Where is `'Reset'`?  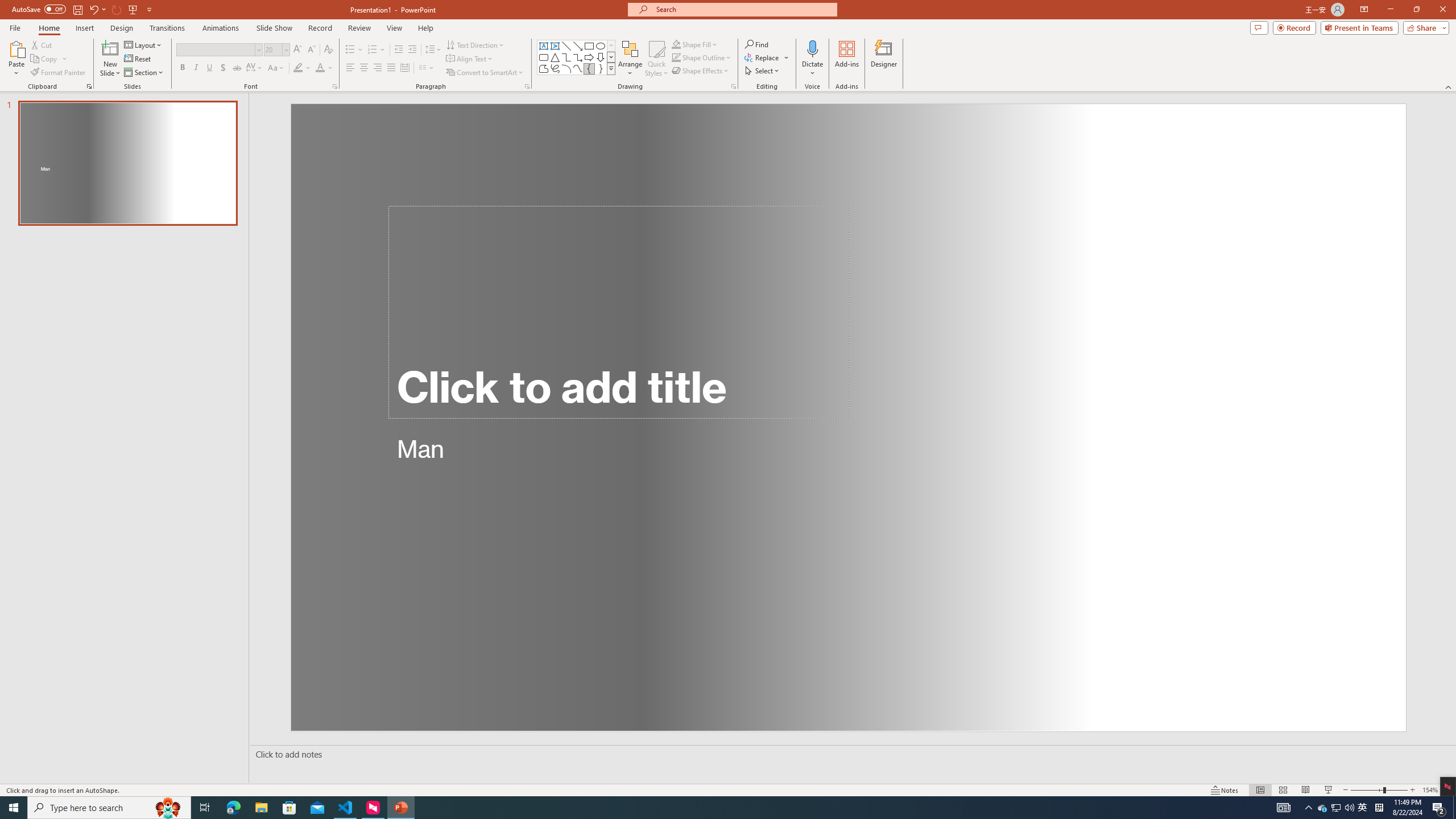
'Reset' is located at coordinates (138, 59).